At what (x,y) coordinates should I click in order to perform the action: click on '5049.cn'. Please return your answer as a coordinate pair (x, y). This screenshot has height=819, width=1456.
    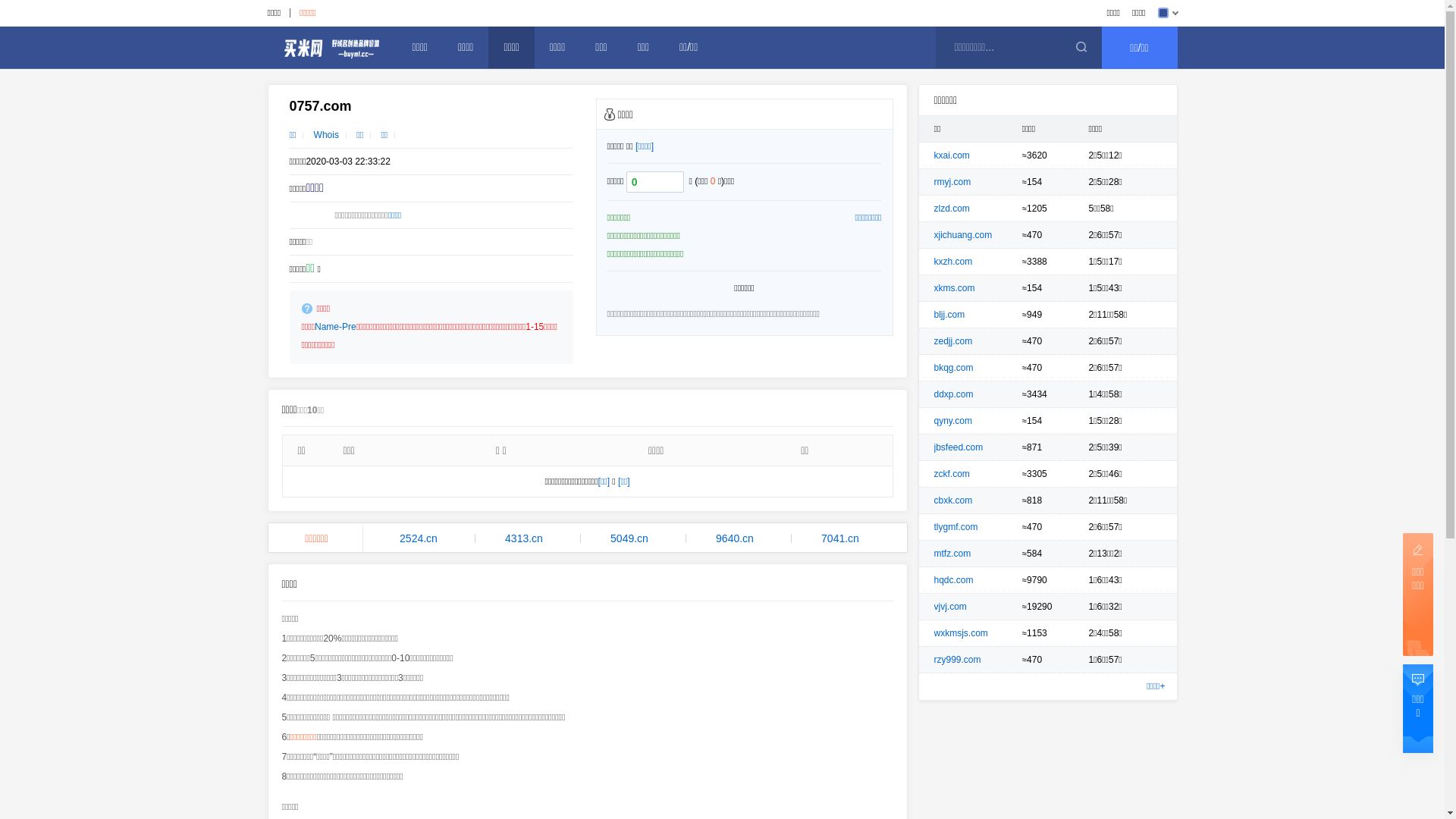
    Looking at the image, I should click on (629, 537).